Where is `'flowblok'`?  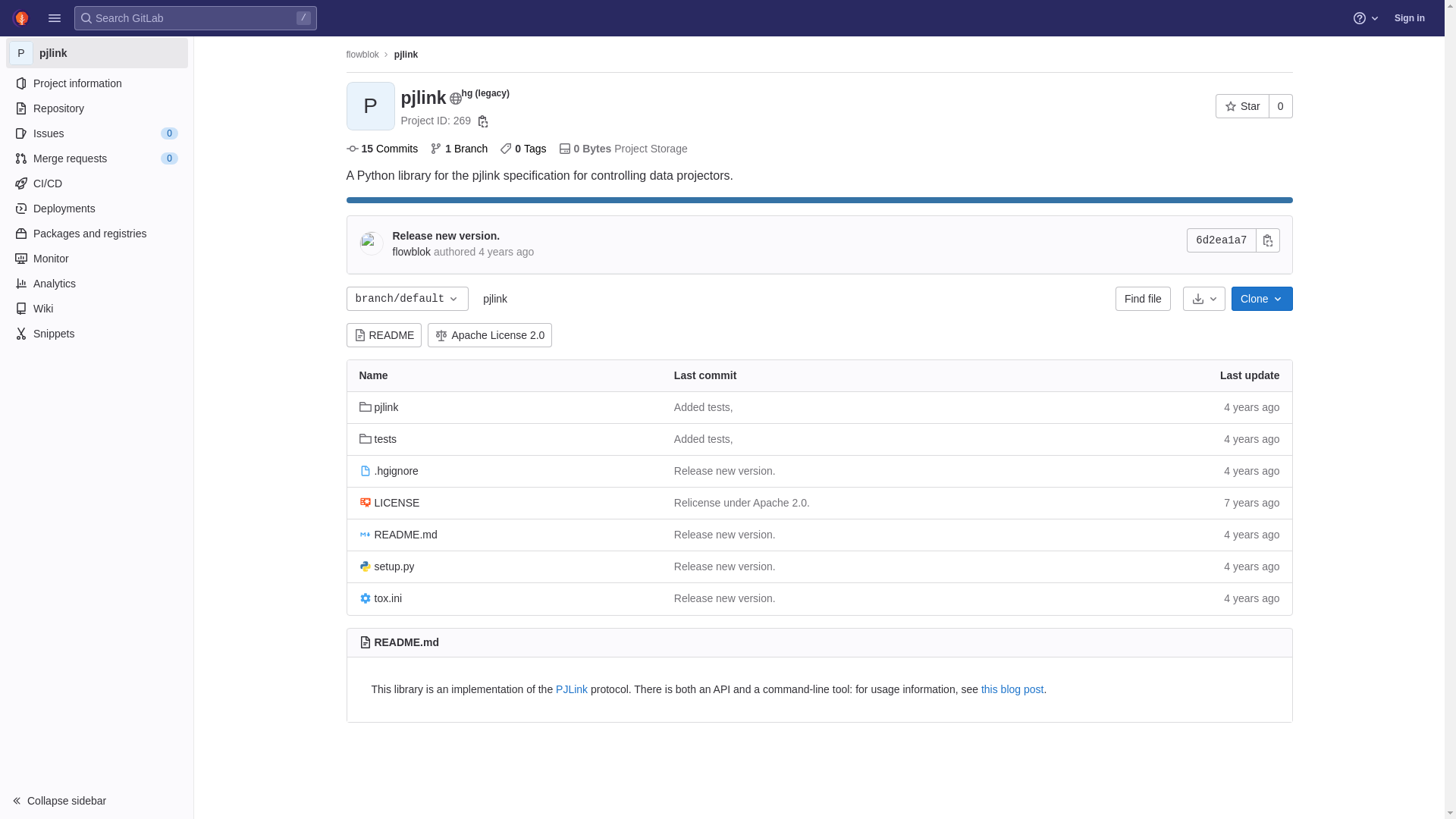
'flowblok' is located at coordinates (345, 54).